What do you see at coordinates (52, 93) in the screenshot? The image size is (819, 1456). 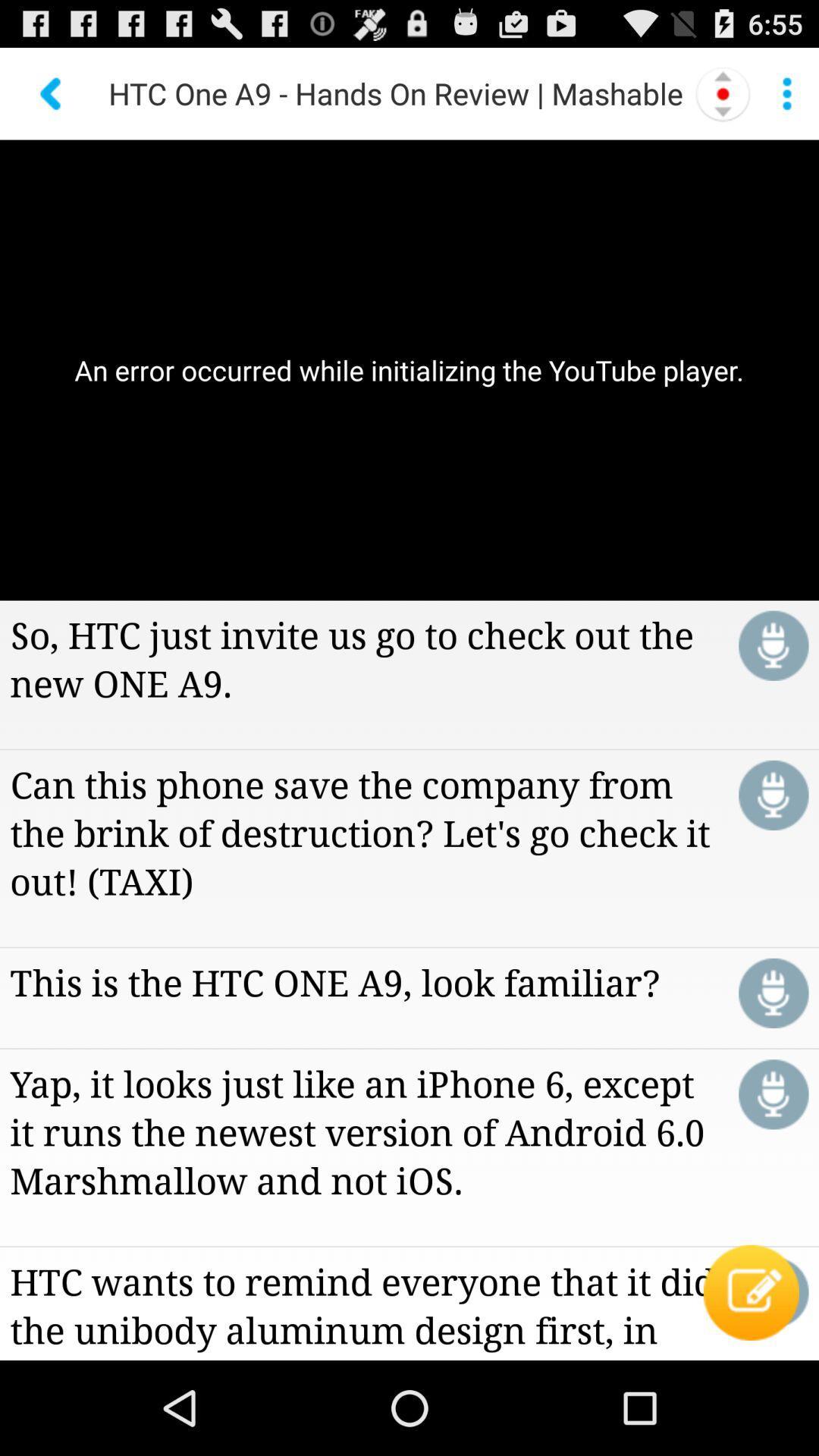 I see `the icon at the top left corner` at bounding box center [52, 93].